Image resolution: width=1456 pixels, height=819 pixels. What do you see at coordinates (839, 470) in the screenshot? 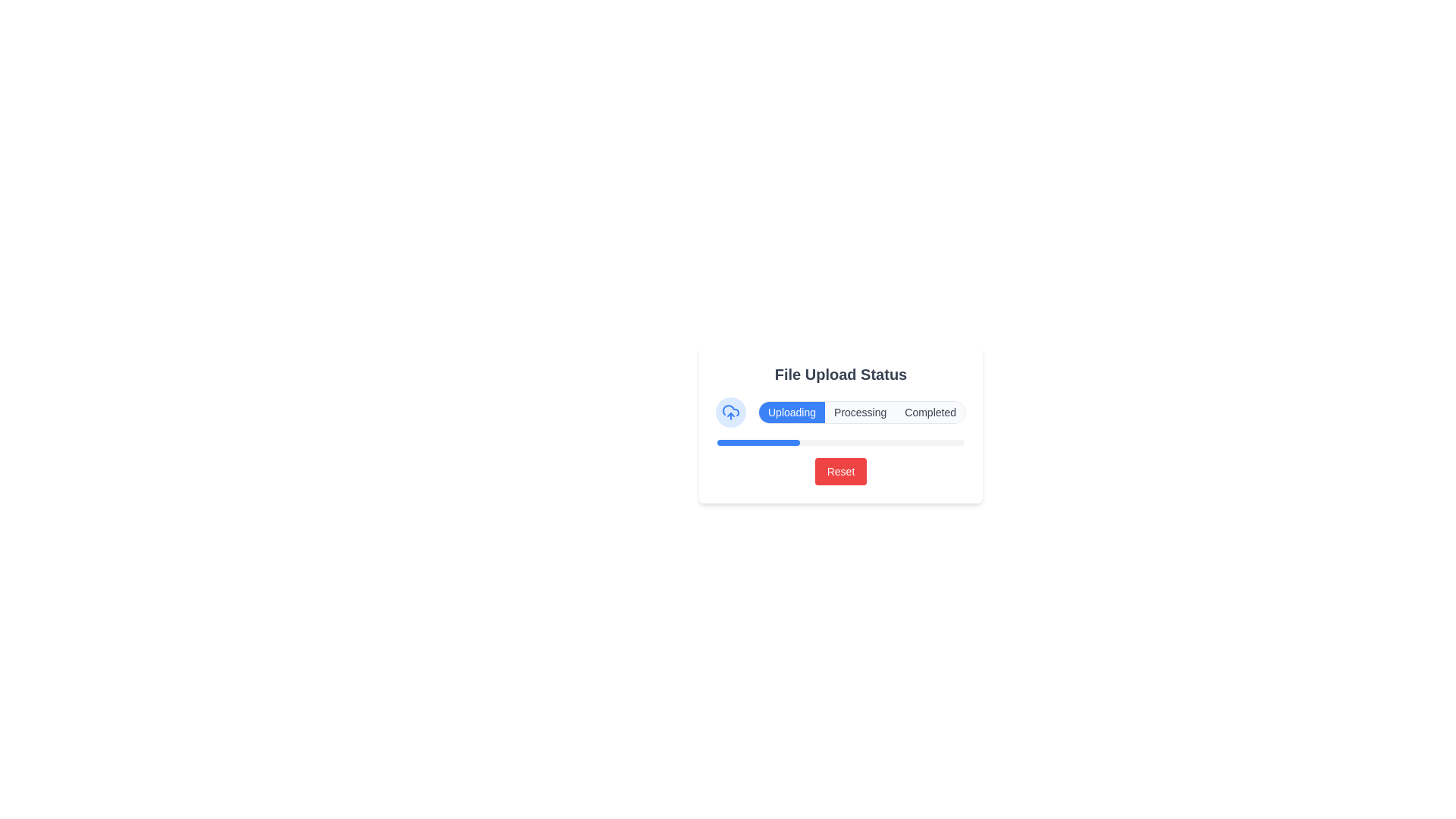
I see `the reset button located at the bottom of the 'File Upload Status' card component` at bounding box center [839, 470].